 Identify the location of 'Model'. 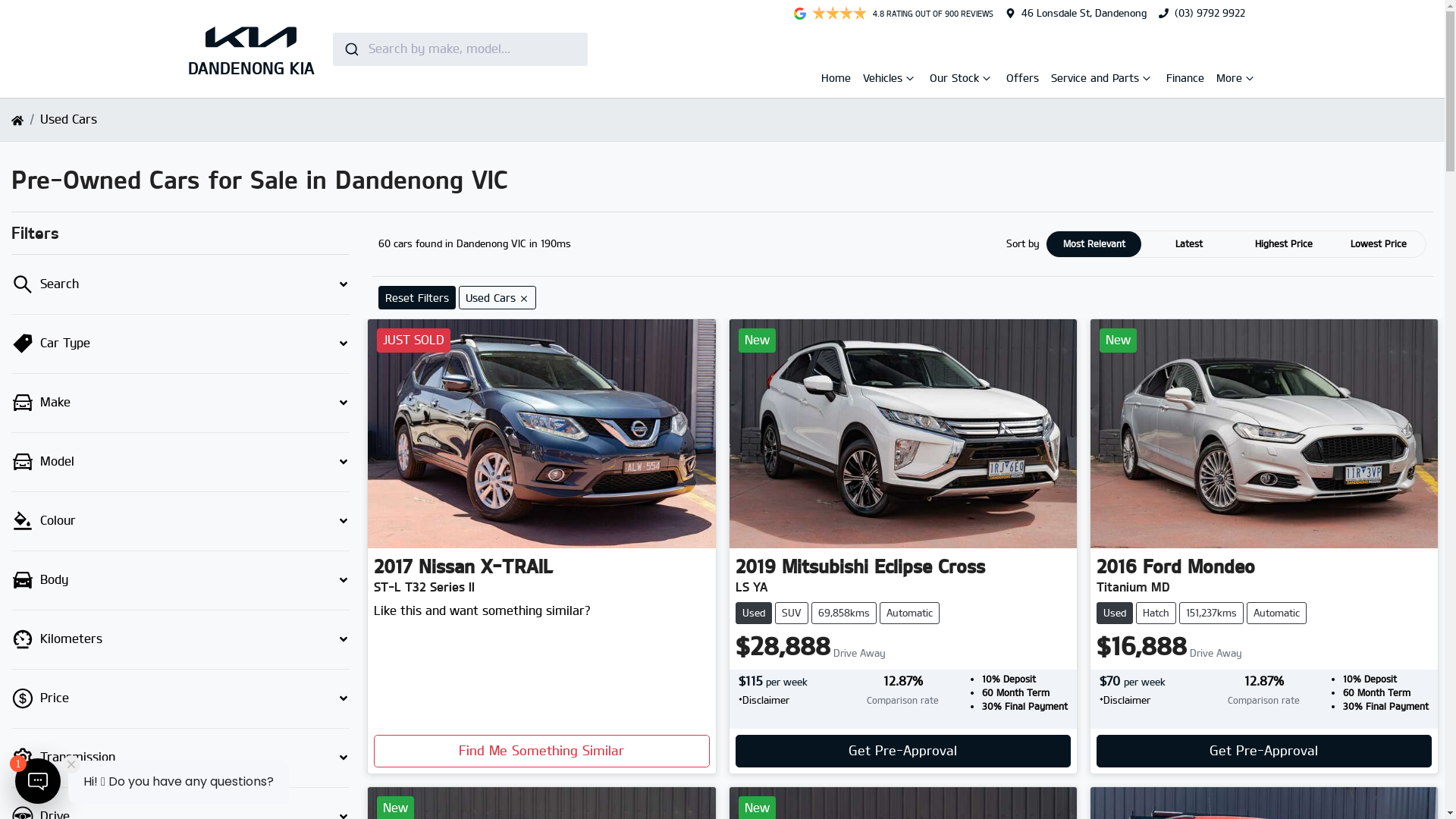
(180, 461).